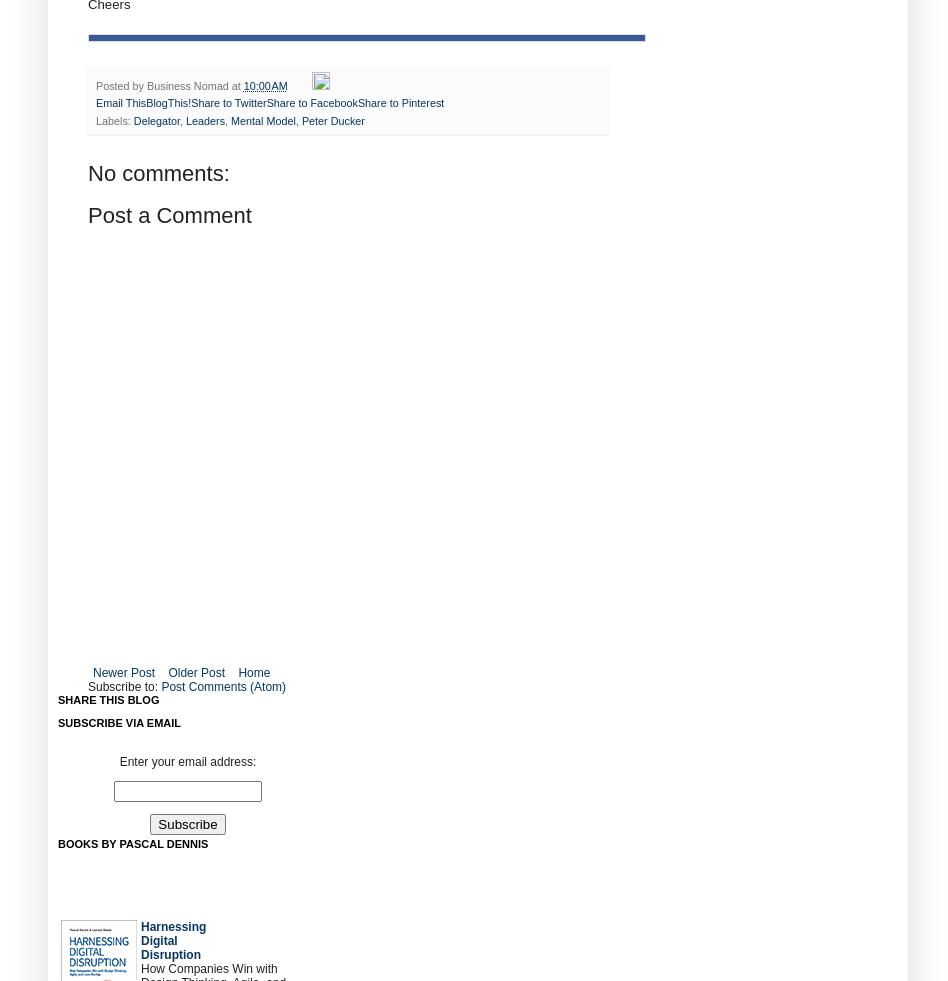 Image resolution: width=948 pixels, height=981 pixels. What do you see at coordinates (108, 700) in the screenshot?
I see `'Share this blog'` at bounding box center [108, 700].